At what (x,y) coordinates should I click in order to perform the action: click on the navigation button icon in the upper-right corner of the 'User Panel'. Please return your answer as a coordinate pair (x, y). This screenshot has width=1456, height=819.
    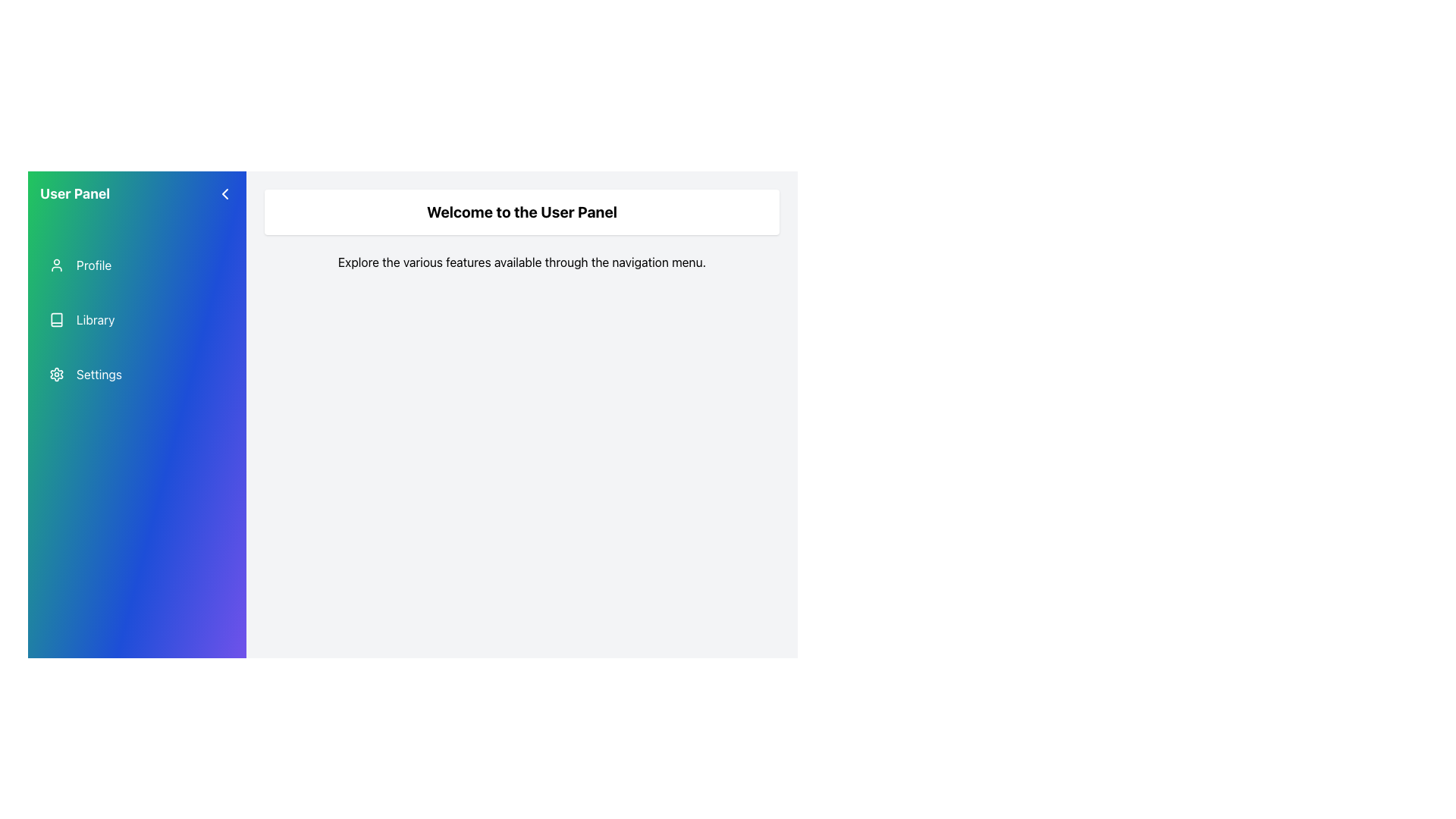
    Looking at the image, I should click on (224, 193).